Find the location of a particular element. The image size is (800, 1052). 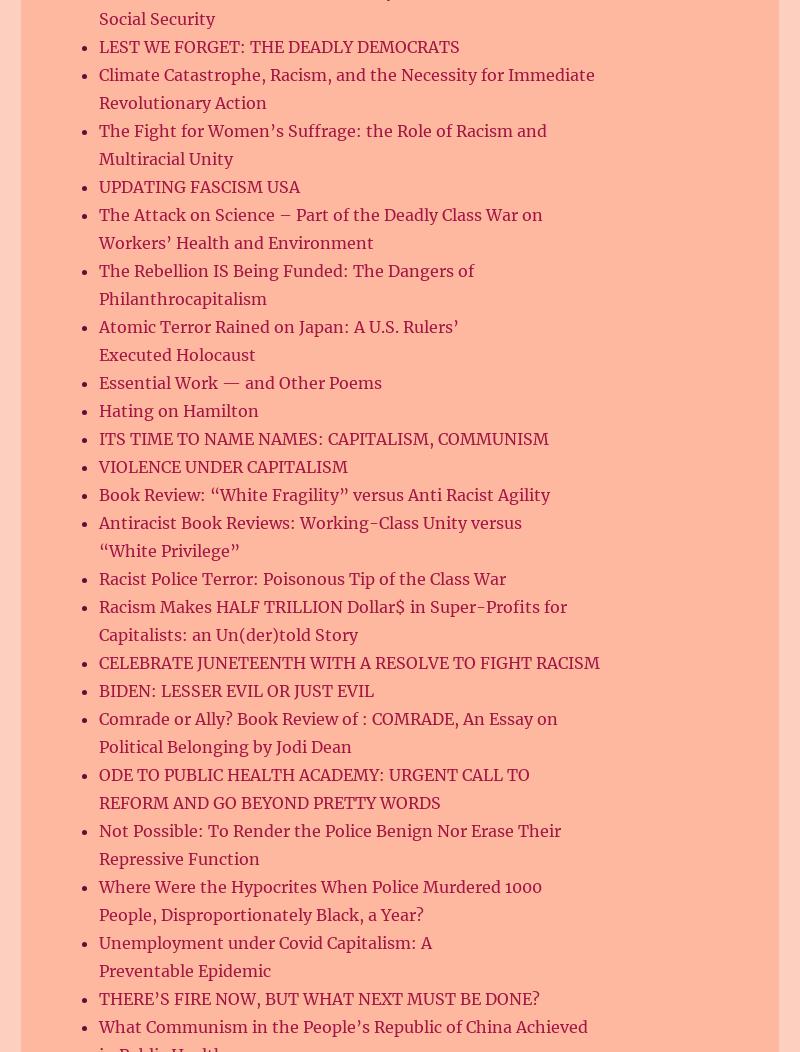

'THERE’S FIRE NOW, BUT WHAT NEXT MUST BE DONE?' is located at coordinates (318, 998).